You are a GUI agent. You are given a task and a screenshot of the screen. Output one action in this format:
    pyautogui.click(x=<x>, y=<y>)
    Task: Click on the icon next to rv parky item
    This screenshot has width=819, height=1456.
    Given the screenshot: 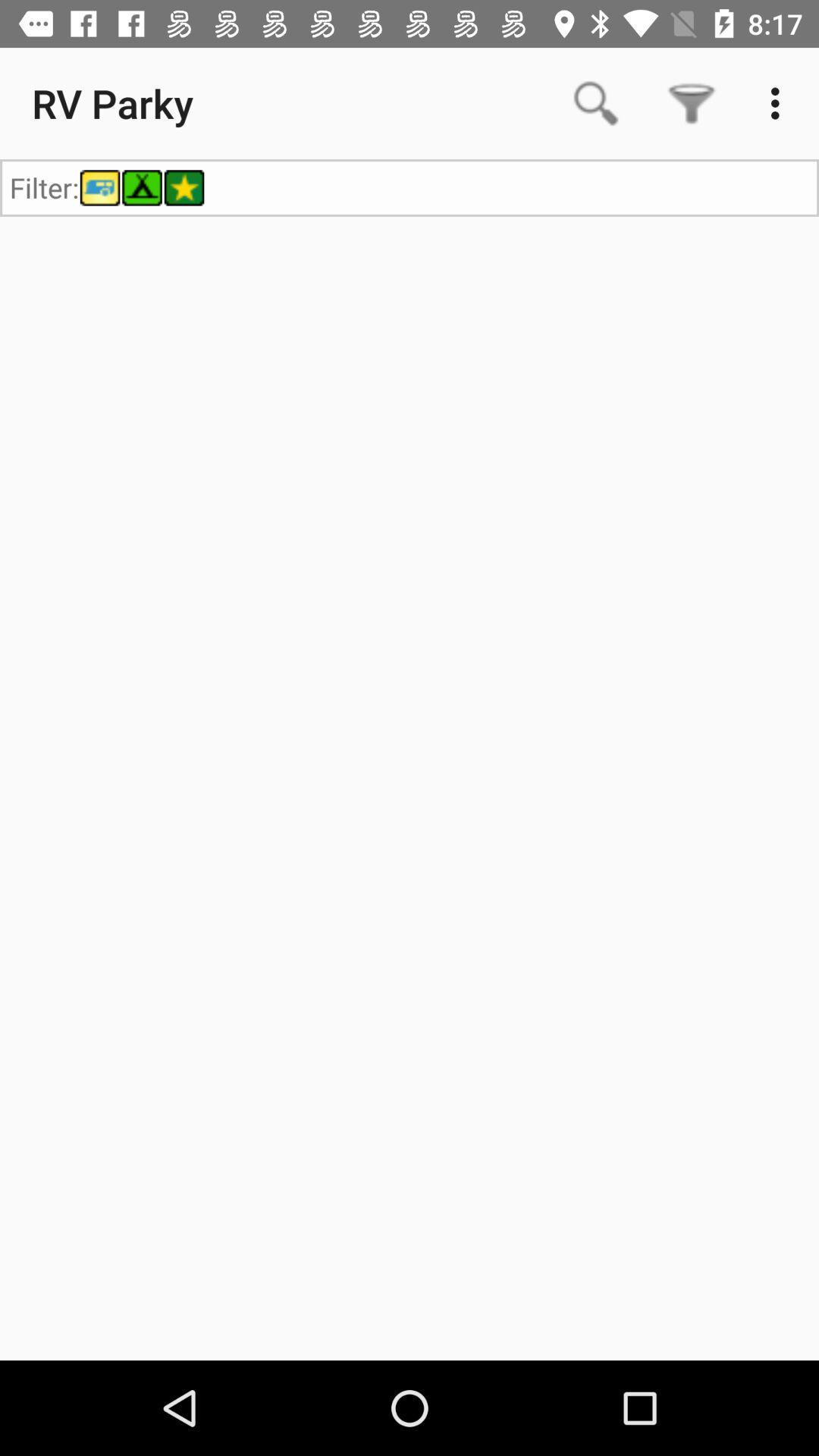 What is the action you would take?
    pyautogui.click(x=595, y=102)
    